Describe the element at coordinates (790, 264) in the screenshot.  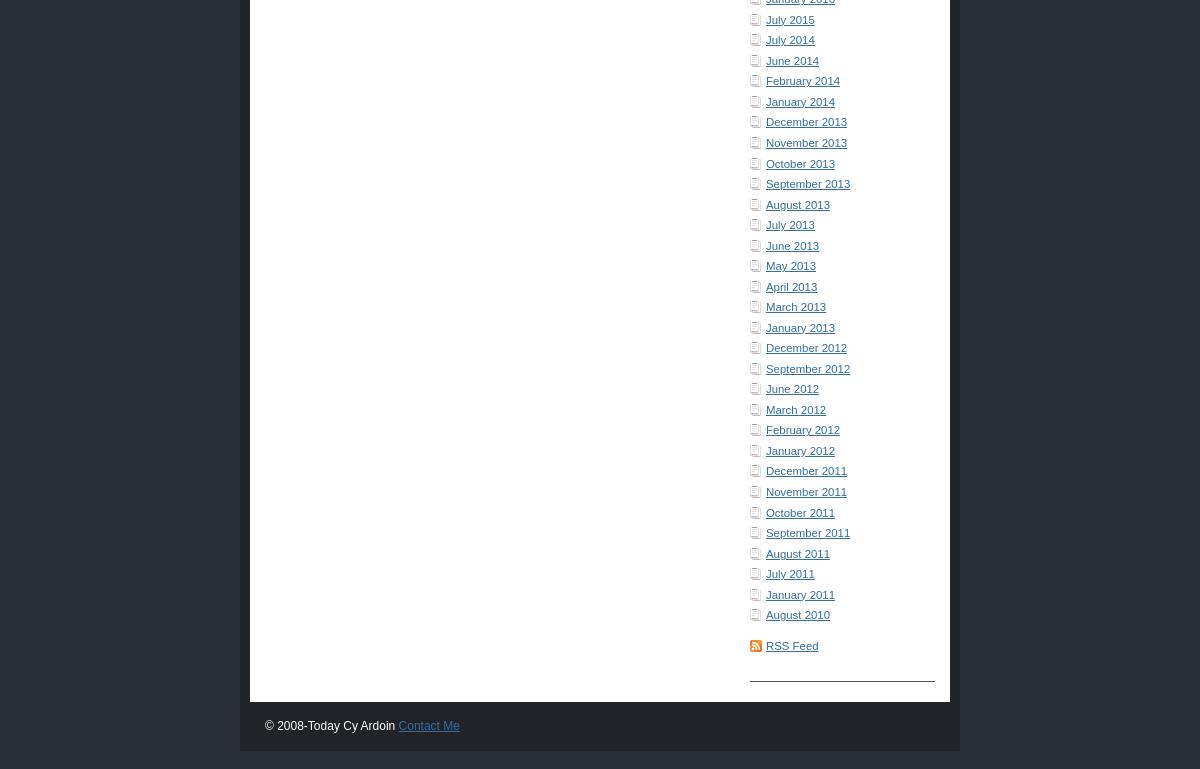
I see `'May 2013'` at that location.